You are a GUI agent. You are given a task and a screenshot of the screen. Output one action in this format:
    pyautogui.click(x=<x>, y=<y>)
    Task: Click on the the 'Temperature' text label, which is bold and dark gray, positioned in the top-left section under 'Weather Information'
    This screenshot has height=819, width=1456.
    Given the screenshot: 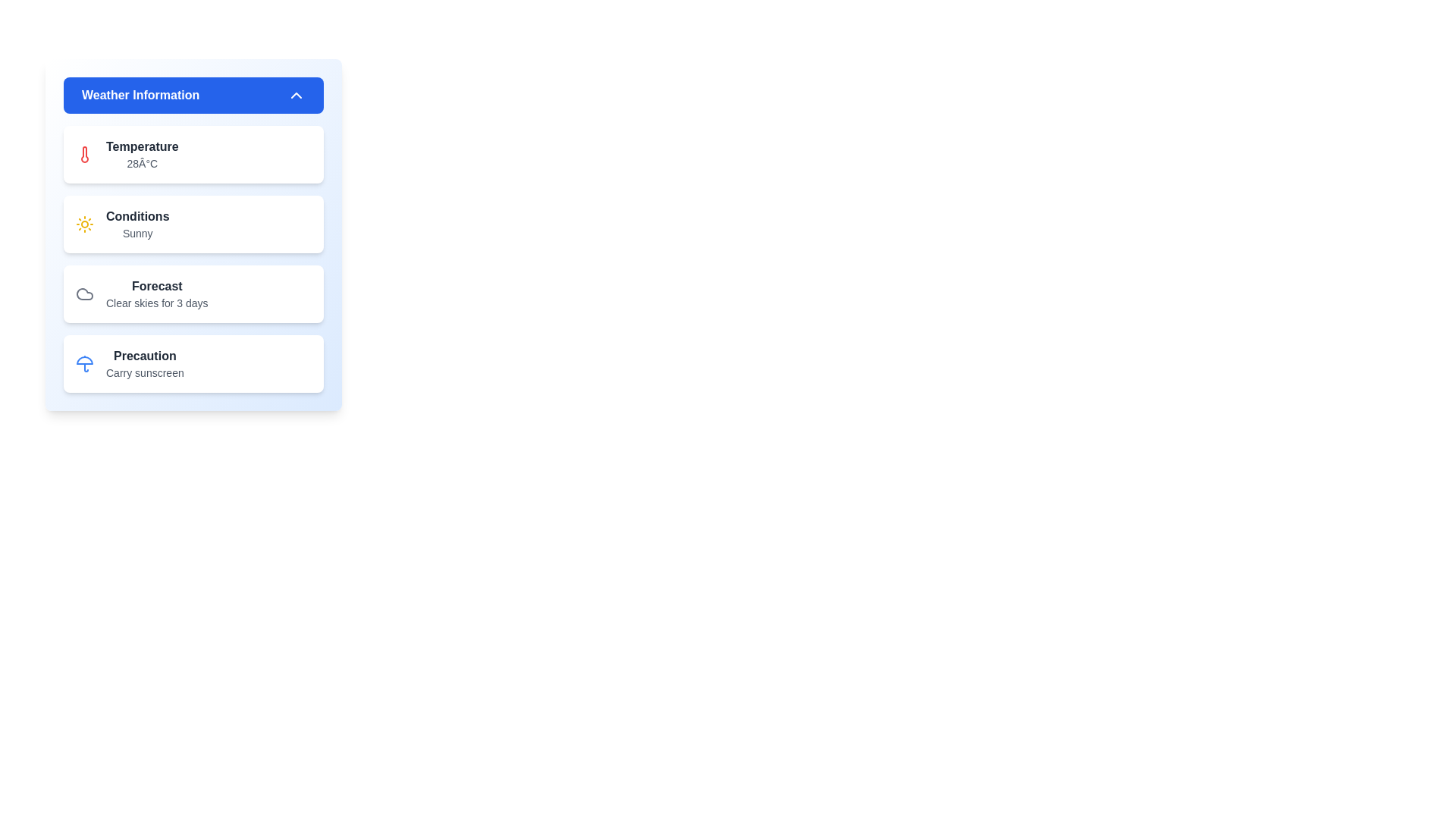 What is the action you would take?
    pyautogui.click(x=142, y=146)
    